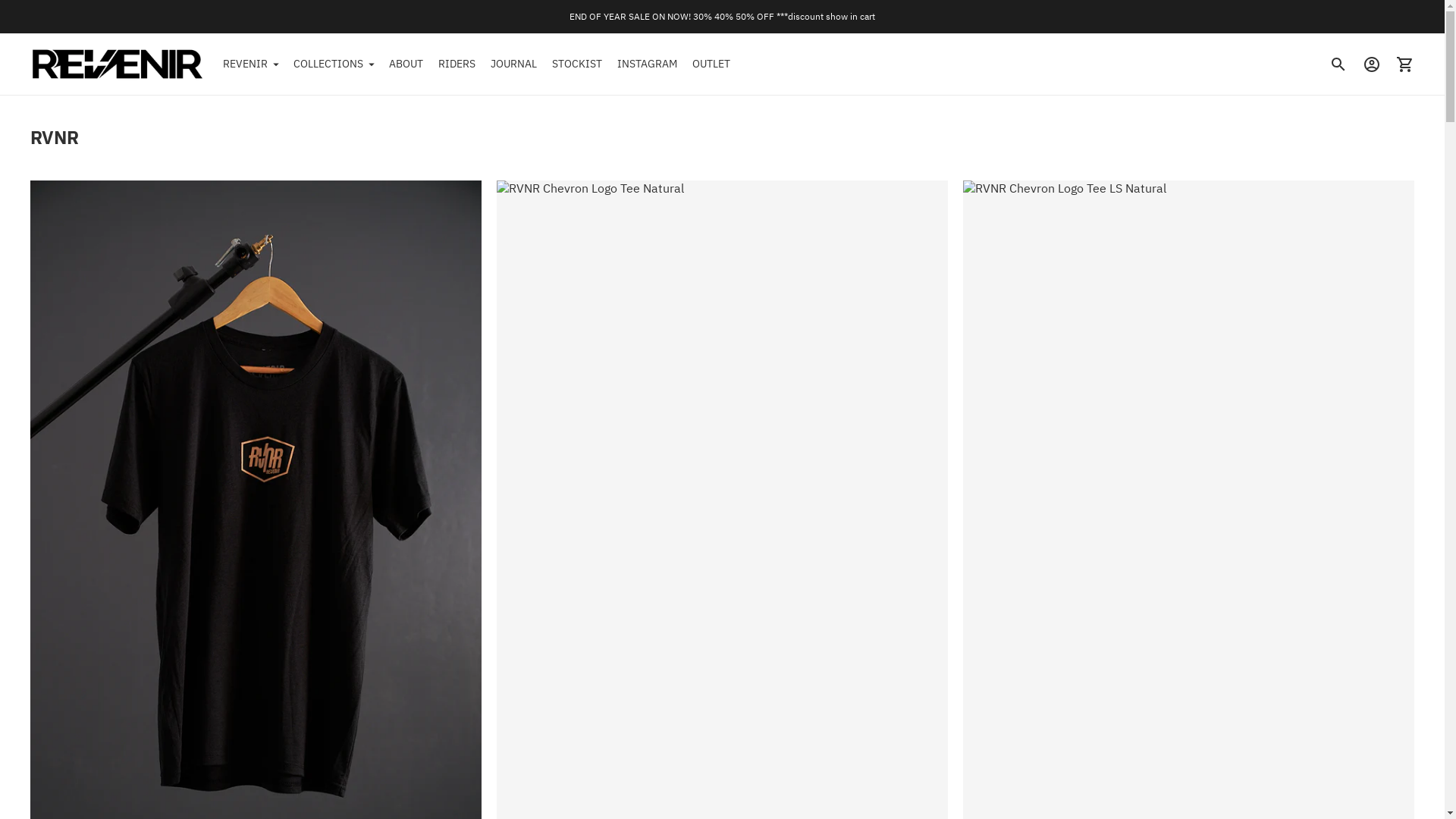  Describe the element at coordinates (456, 63) in the screenshot. I see `'RIDERS'` at that location.